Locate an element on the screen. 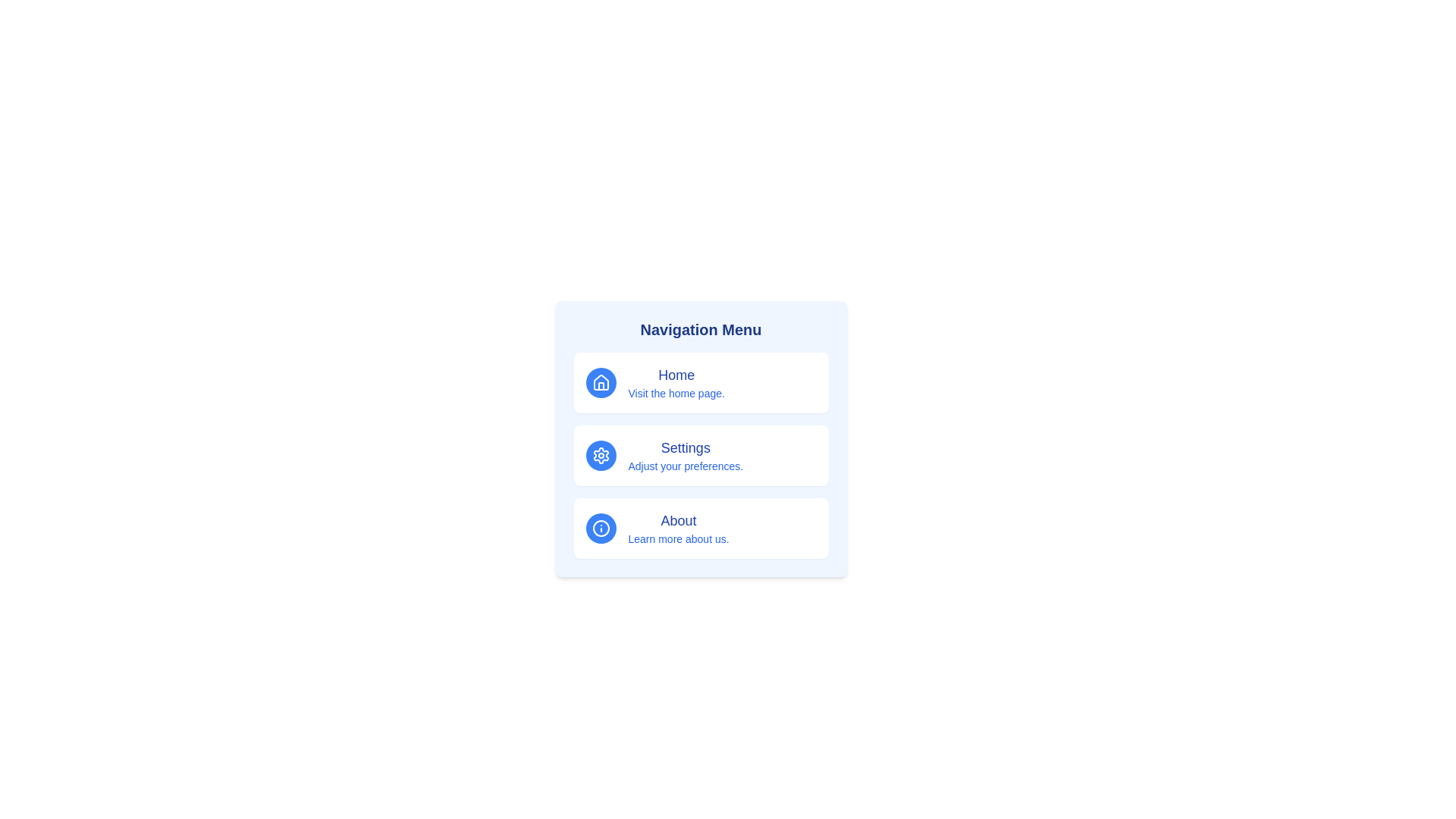  the 'Settings' button in the vertical navigation menu, which features a rounded rectangular card with a white background, a blue circular icon on the left, and bold blue text reading 'Settings' is located at coordinates (700, 455).